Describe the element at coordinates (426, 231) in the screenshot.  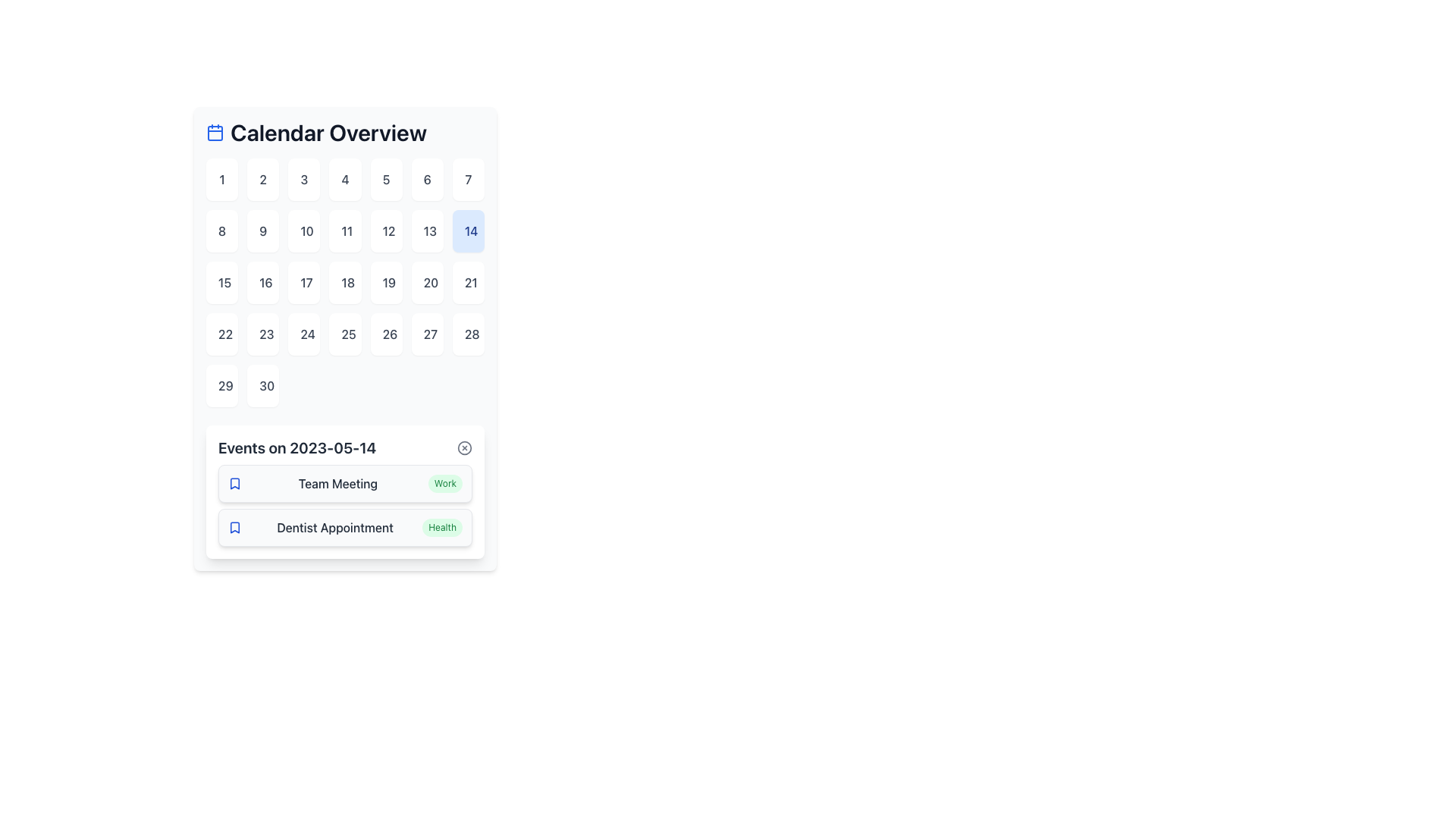
I see `the interactive date button representing the date '13' in the calendar interface` at that location.